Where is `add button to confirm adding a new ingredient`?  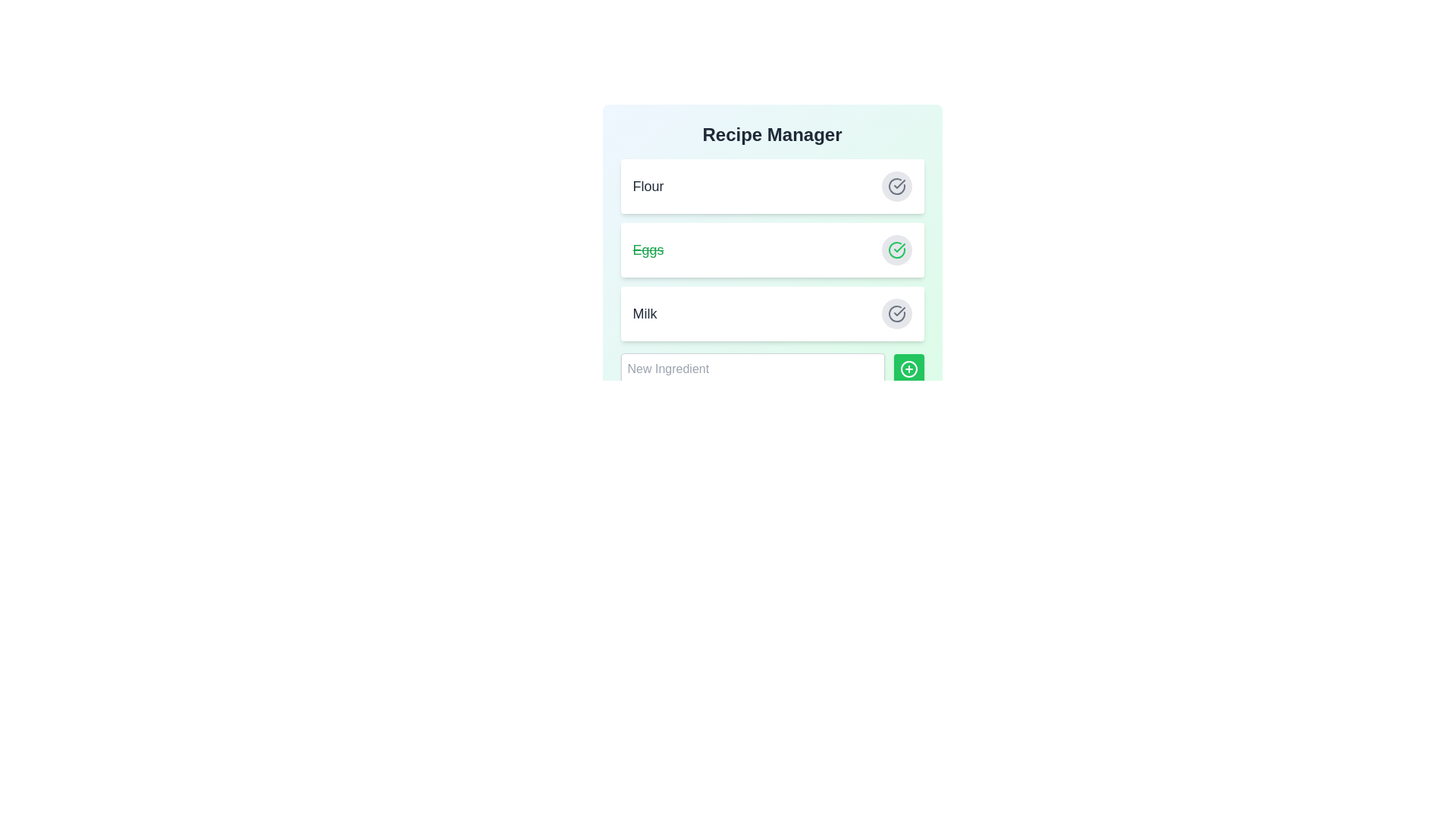
add button to confirm adding a new ingredient is located at coordinates (908, 369).